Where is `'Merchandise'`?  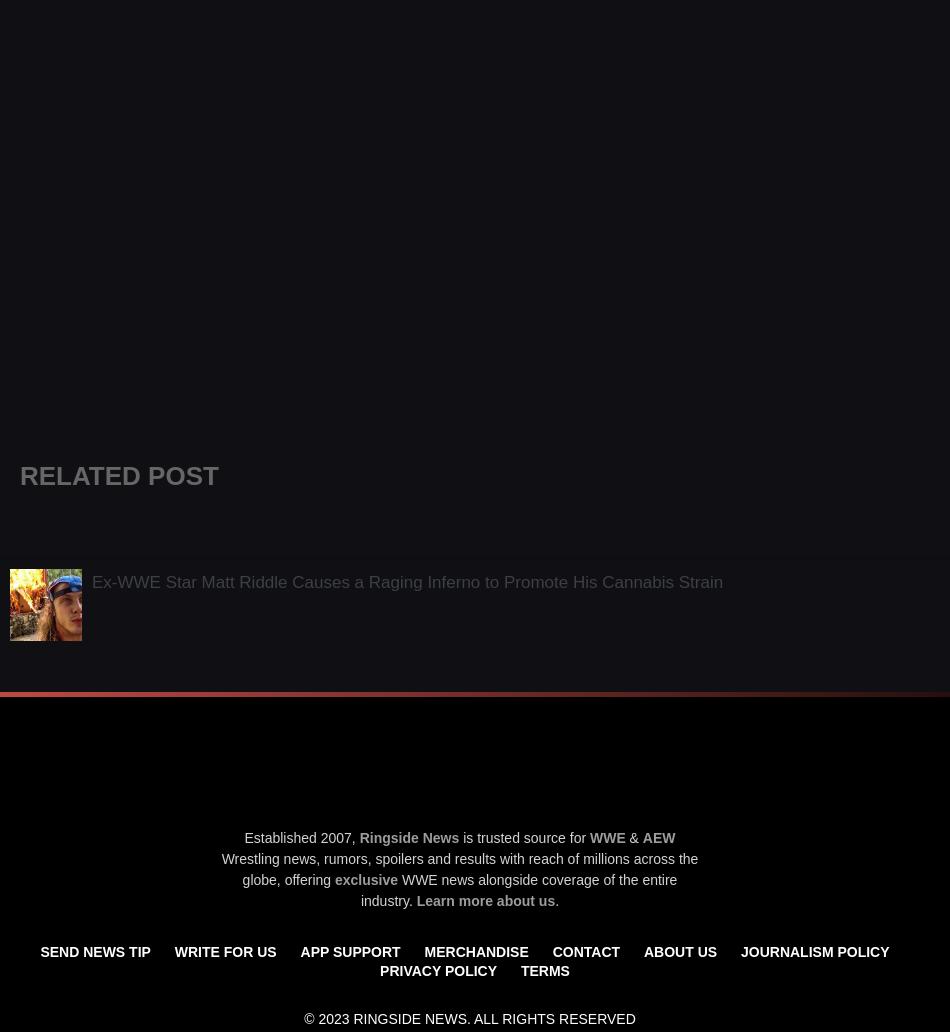
'Merchandise' is located at coordinates (476, 949).